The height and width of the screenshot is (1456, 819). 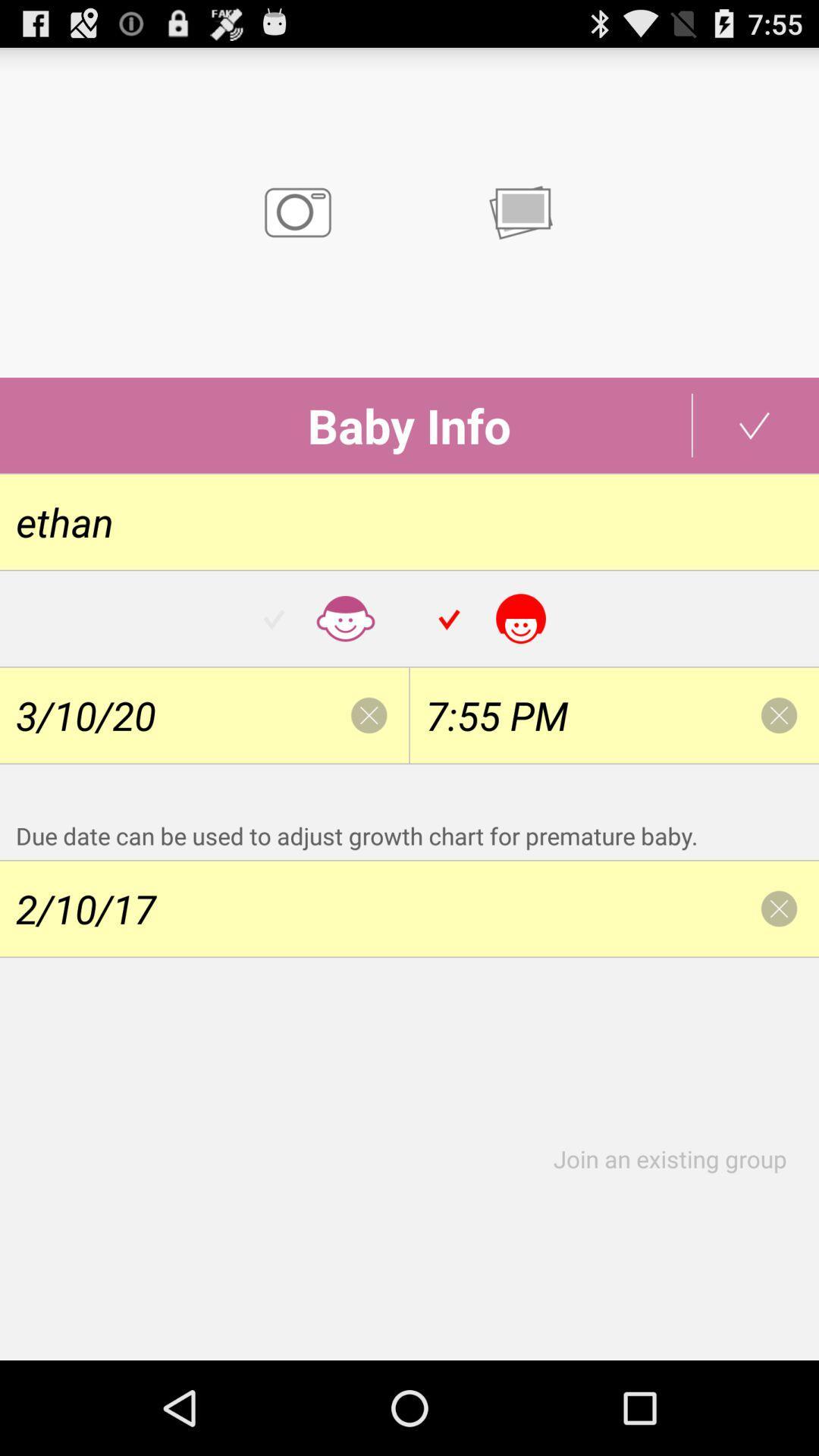 What do you see at coordinates (321, 619) in the screenshot?
I see `boy icon below ethan` at bounding box center [321, 619].